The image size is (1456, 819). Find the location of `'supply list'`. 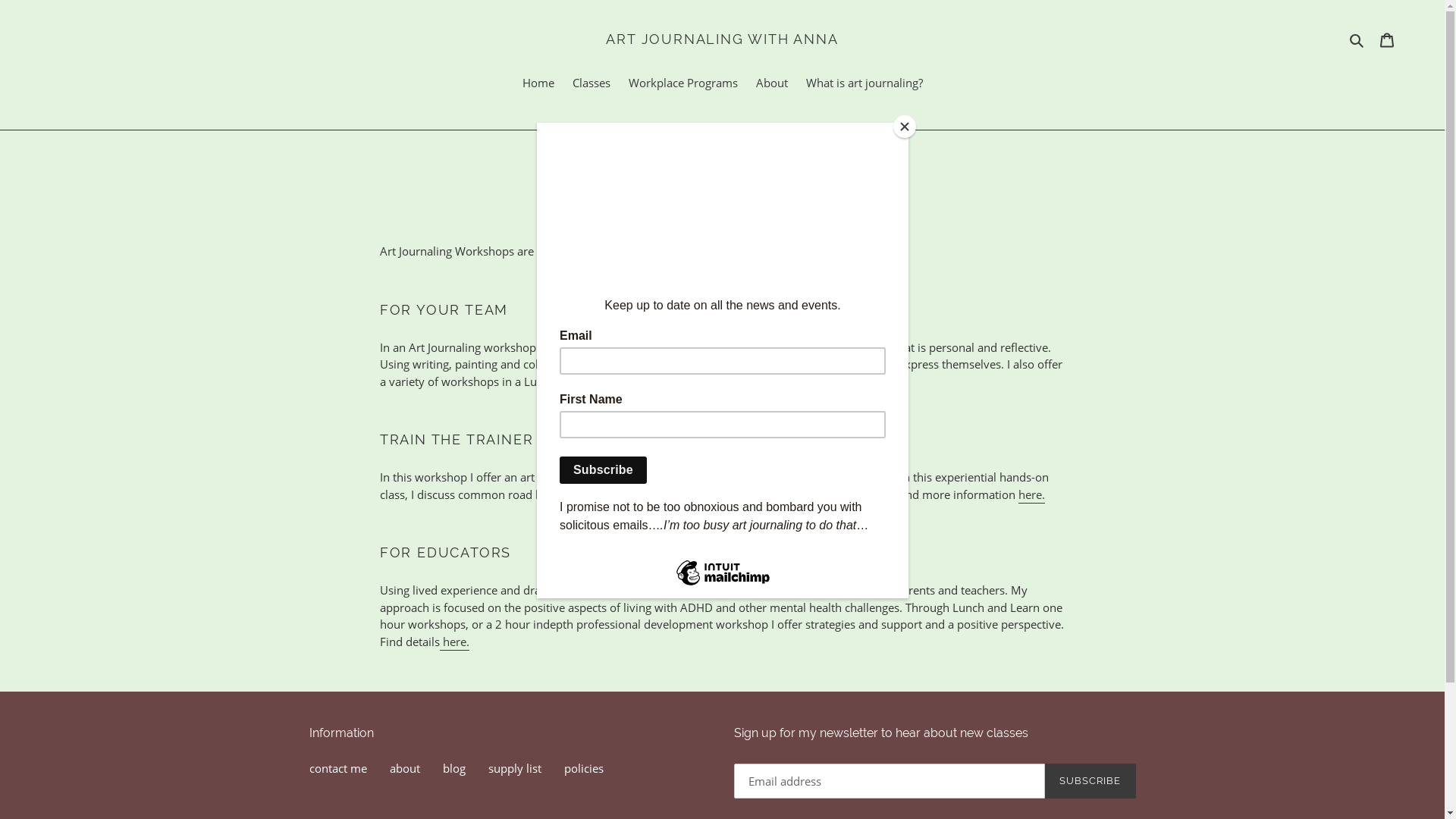

'supply list' is located at coordinates (488, 768).